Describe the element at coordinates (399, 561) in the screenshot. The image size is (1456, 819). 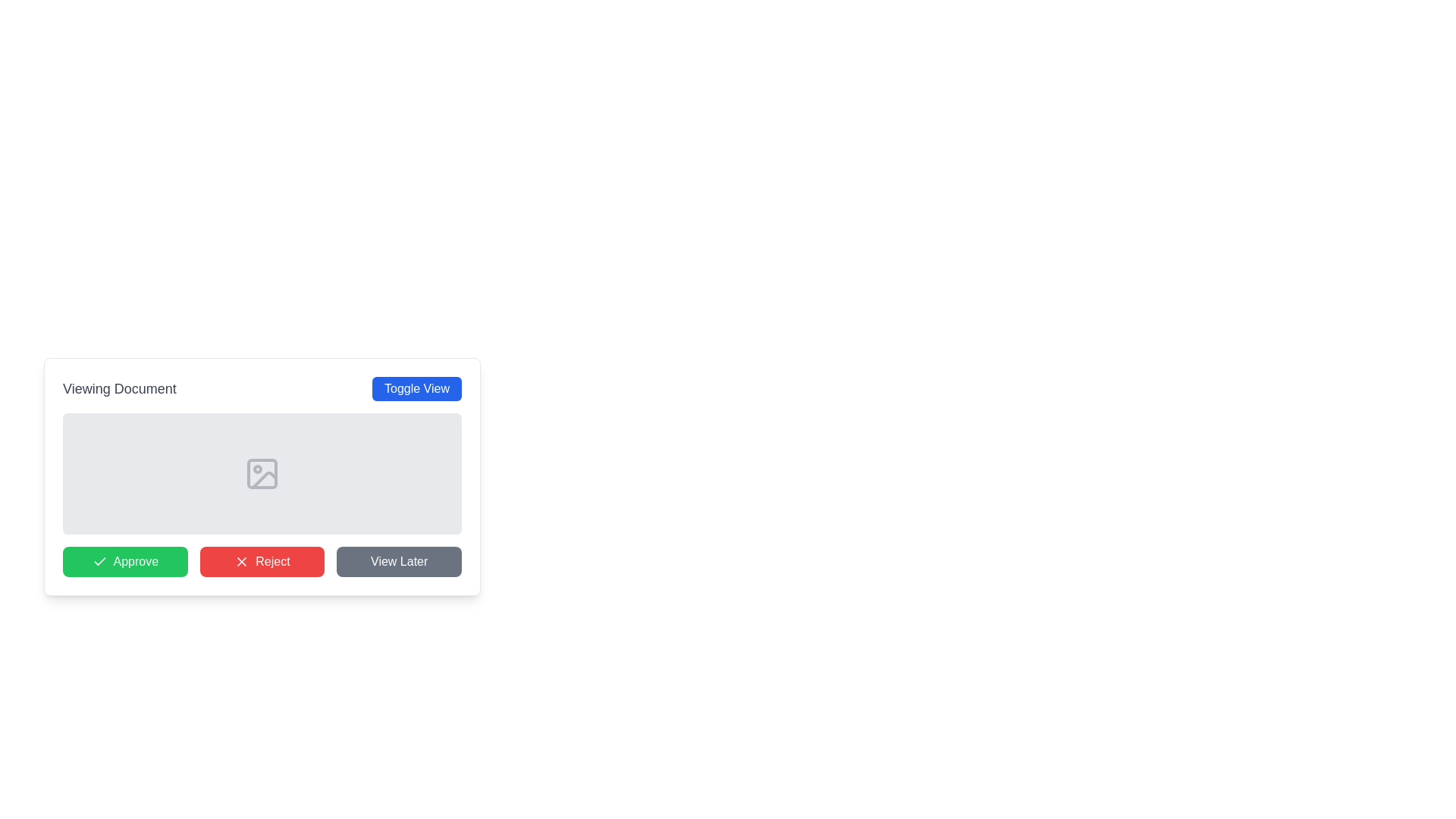
I see `the 'Save' button, which is the third button in a group of three, located to the far-right beneath the main content area` at that location.